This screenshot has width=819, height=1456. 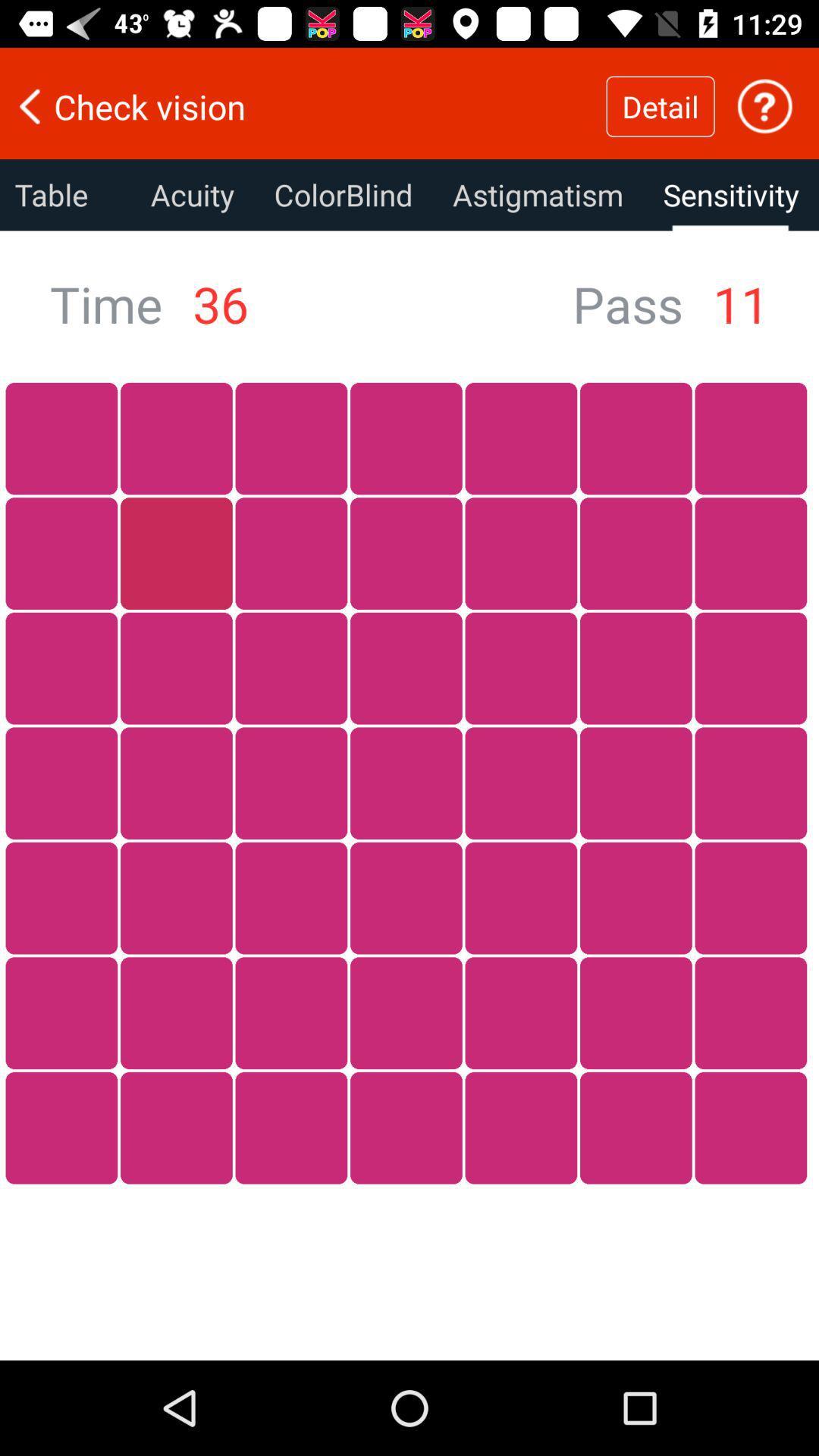 I want to click on icon to the left of the acuity, so click(x=64, y=194).